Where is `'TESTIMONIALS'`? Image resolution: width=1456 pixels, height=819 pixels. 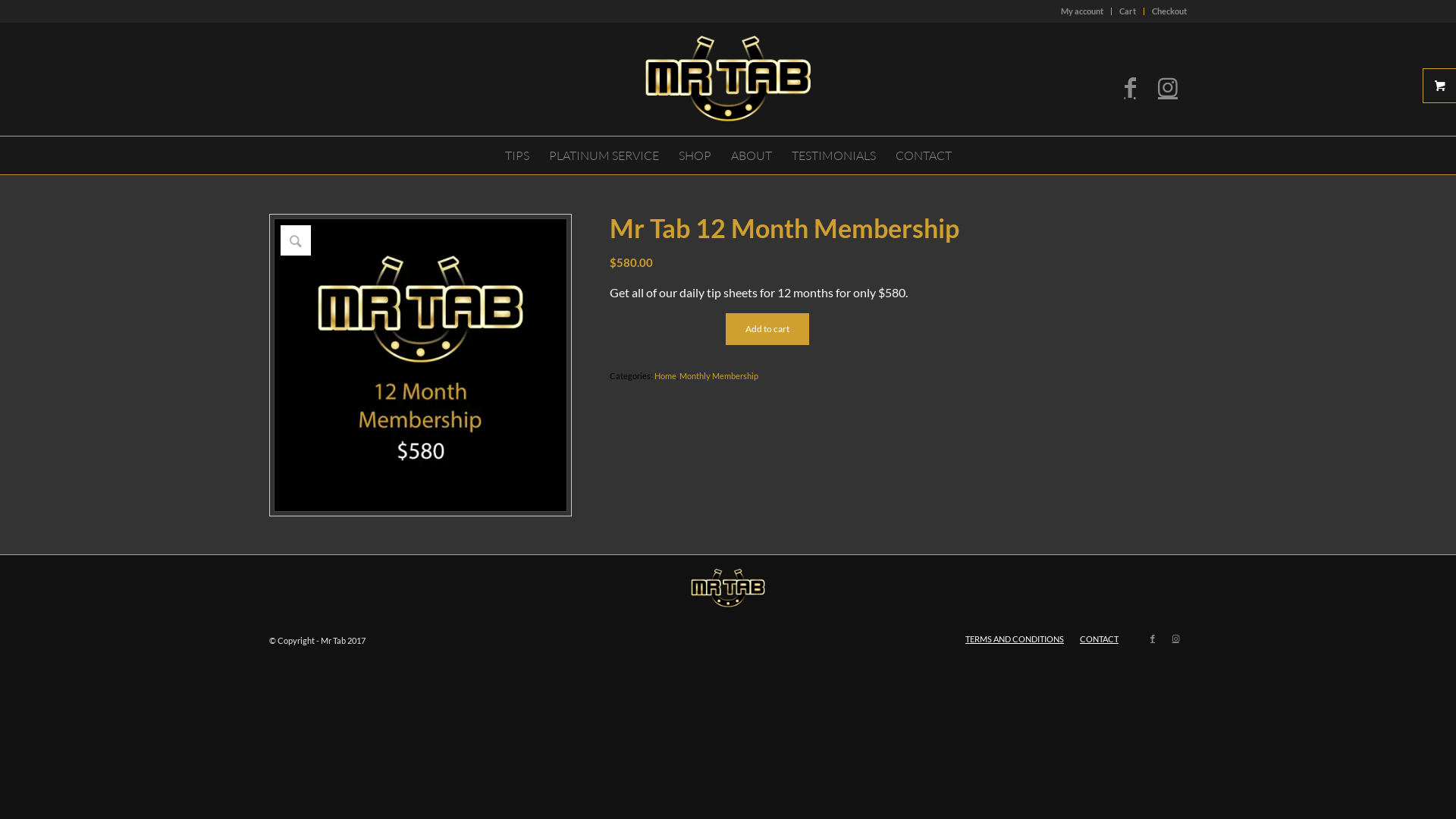 'TESTIMONIALS' is located at coordinates (832, 155).